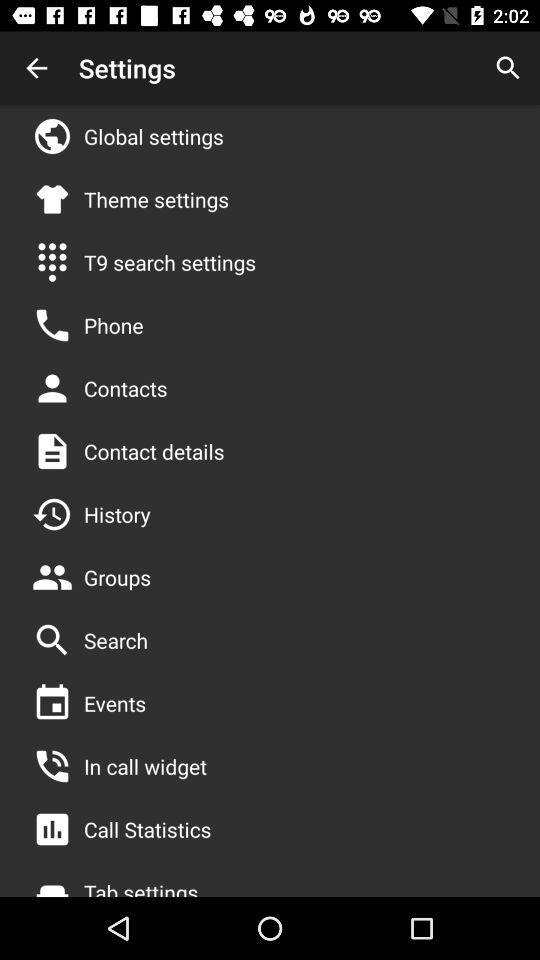 The height and width of the screenshot is (960, 540). I want to click on item next to the settings icon, so click(36, 68).